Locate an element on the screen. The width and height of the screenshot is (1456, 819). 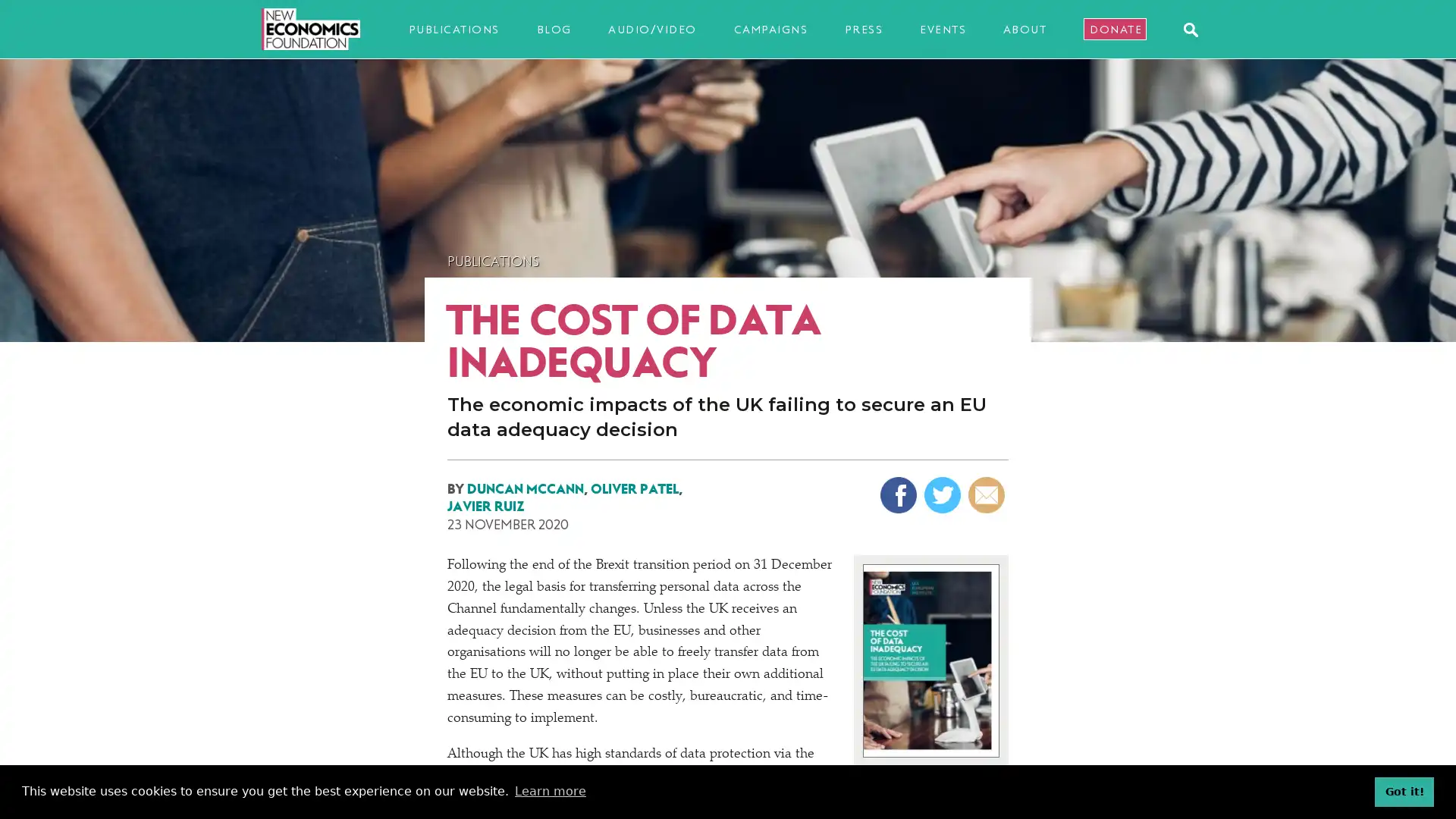
dismiss cookie message is located at coordinates (1404, 791).